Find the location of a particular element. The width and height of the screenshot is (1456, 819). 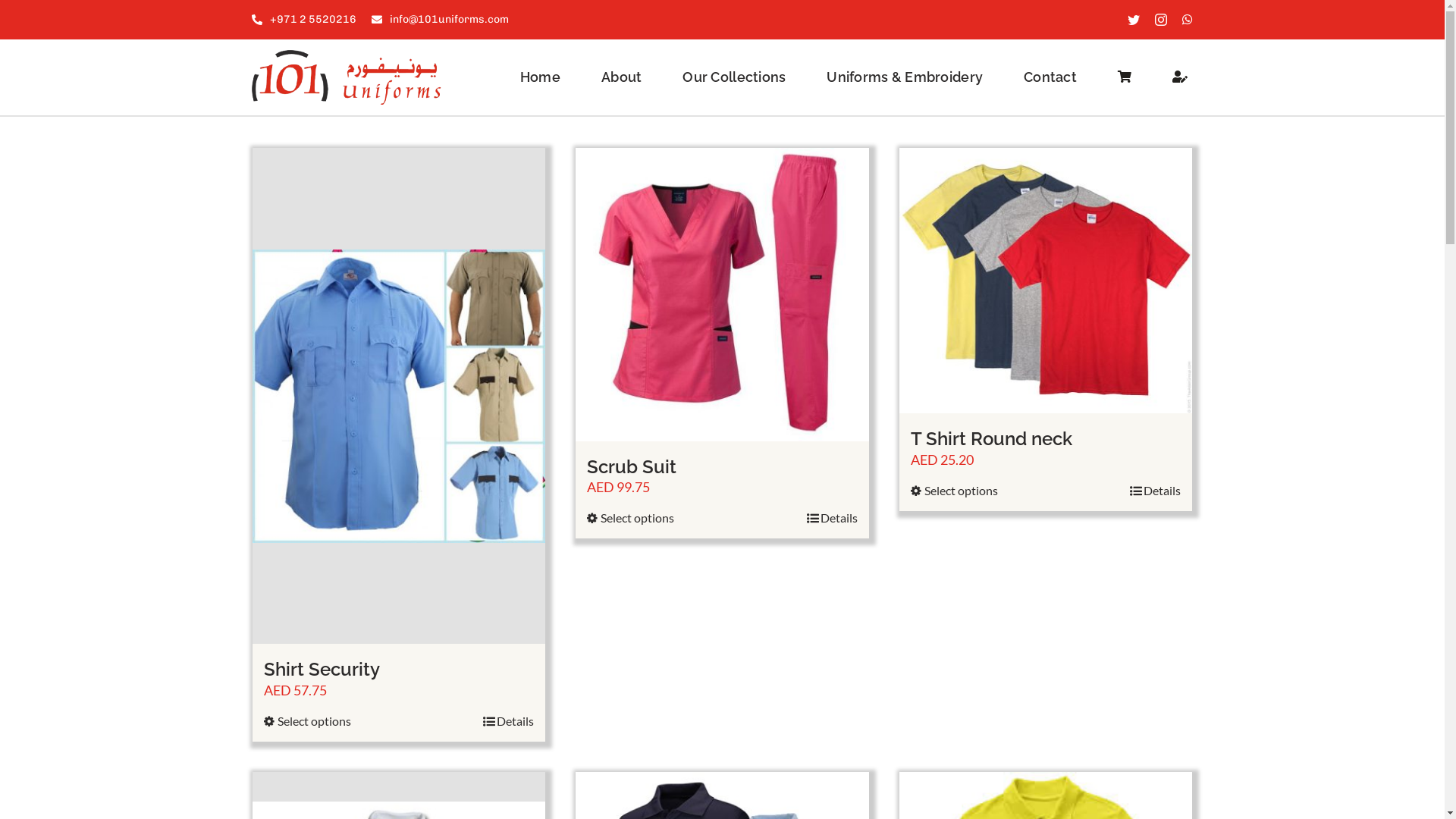

'Details' is located at coordinates (508, 720).